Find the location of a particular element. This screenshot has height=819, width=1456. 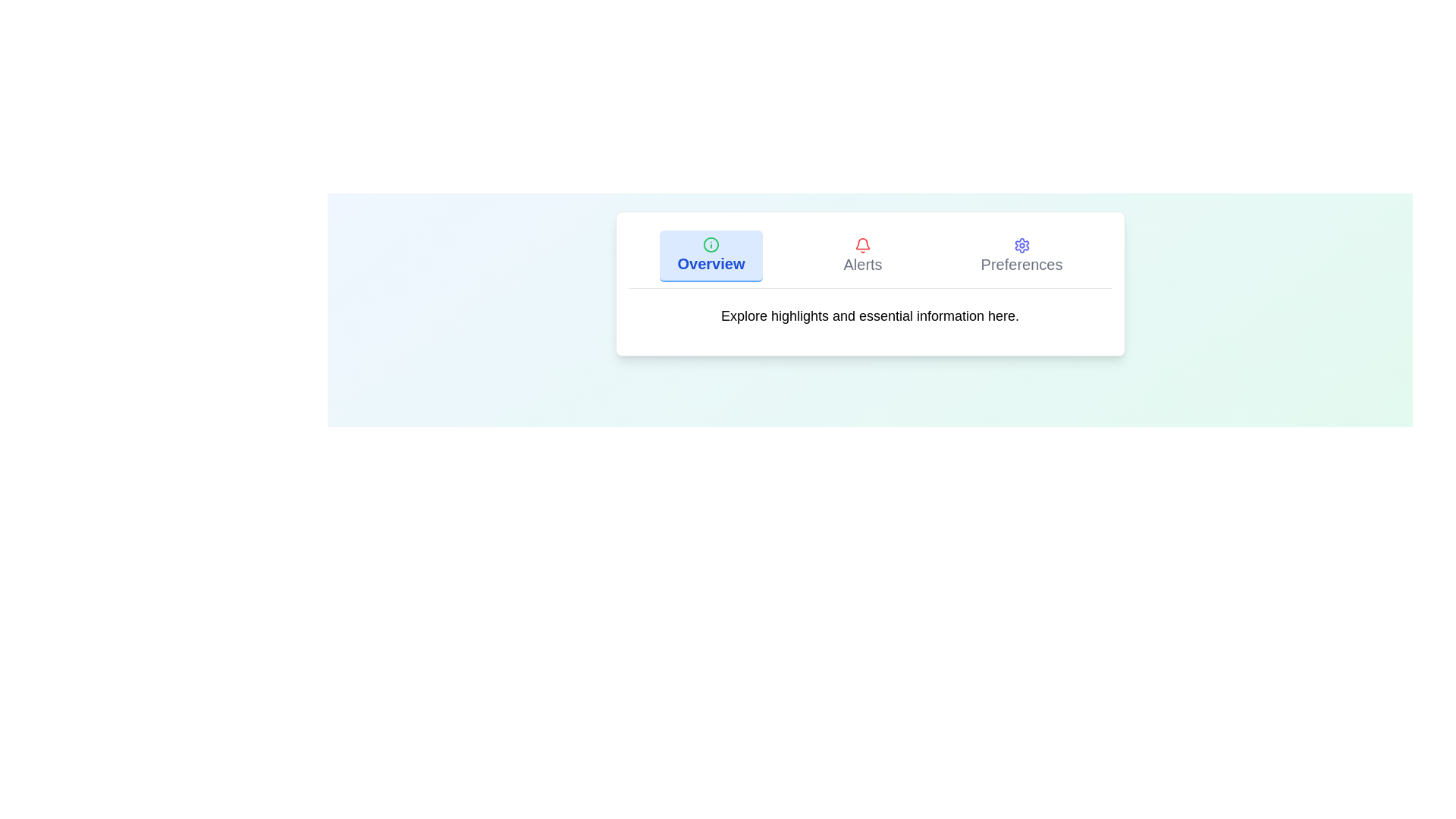

the Preferences tab by clicking on its button is located at coordinates (1021, 256).